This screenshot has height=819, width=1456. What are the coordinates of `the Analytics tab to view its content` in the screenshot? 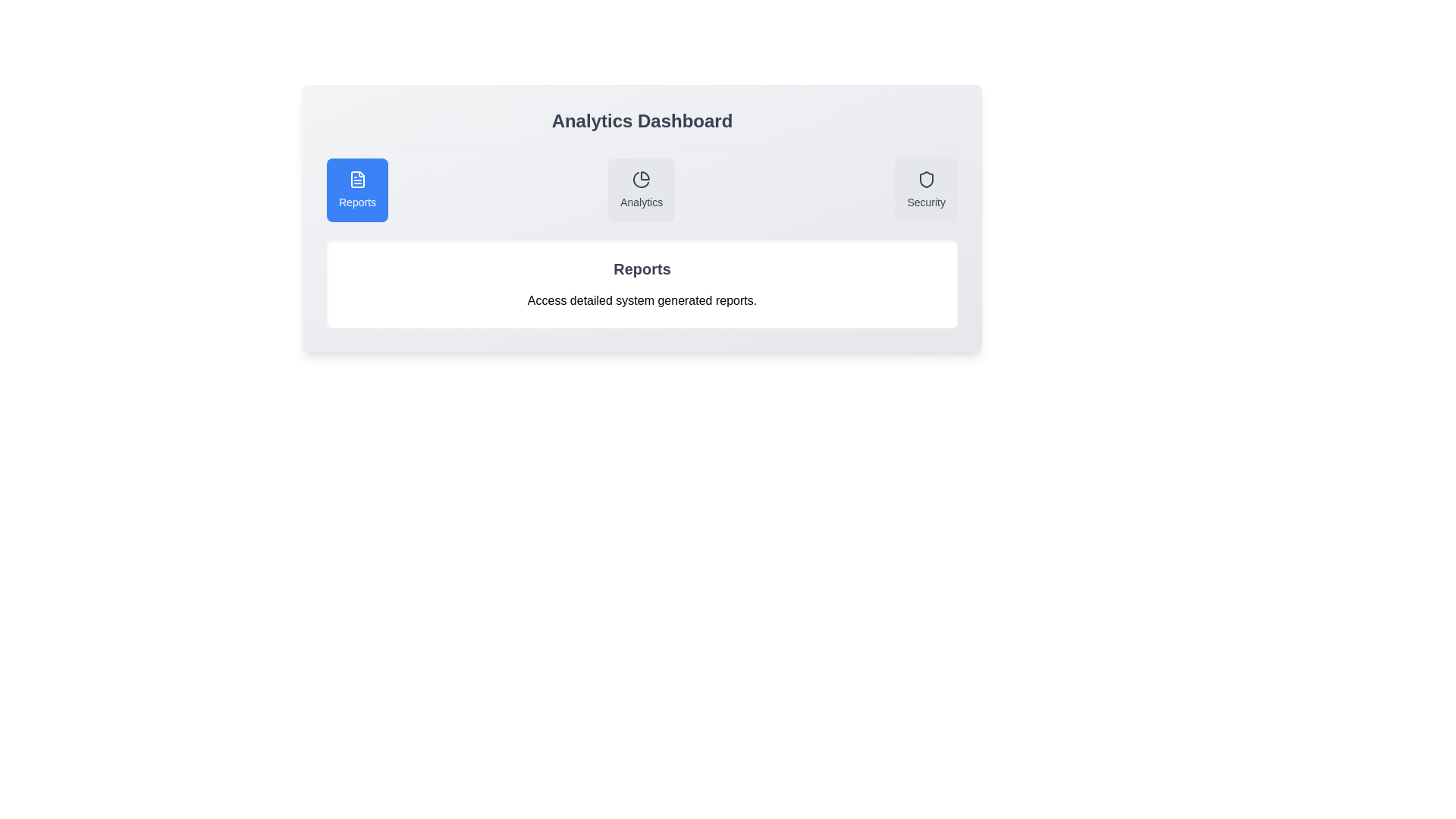 It's located at (641, 189).